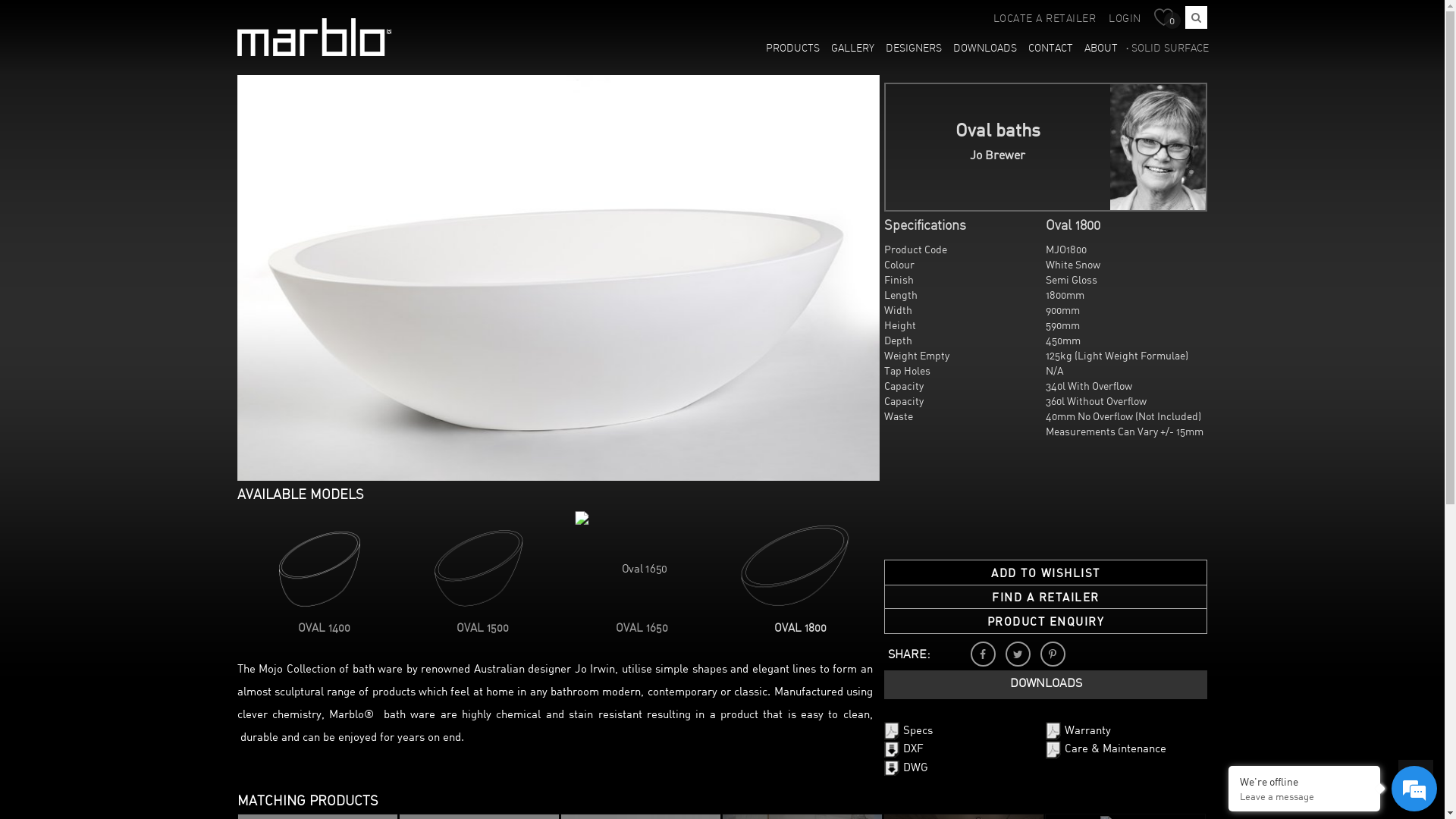  I want to click on '0', so click(1166, 18).